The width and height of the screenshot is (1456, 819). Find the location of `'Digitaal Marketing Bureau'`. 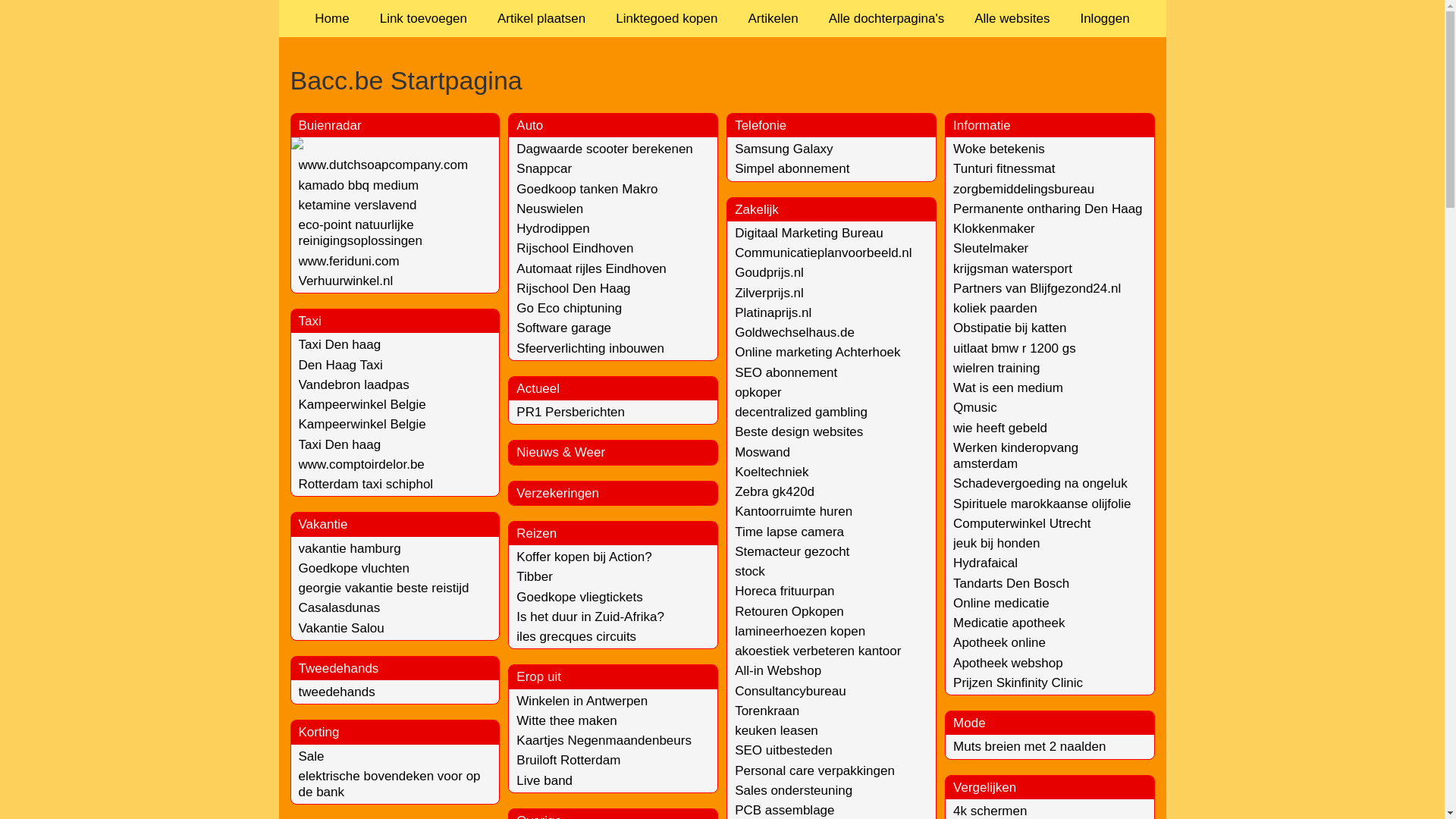

'Digitaal Marketing Bureau' is located at coordinates (808, 233).